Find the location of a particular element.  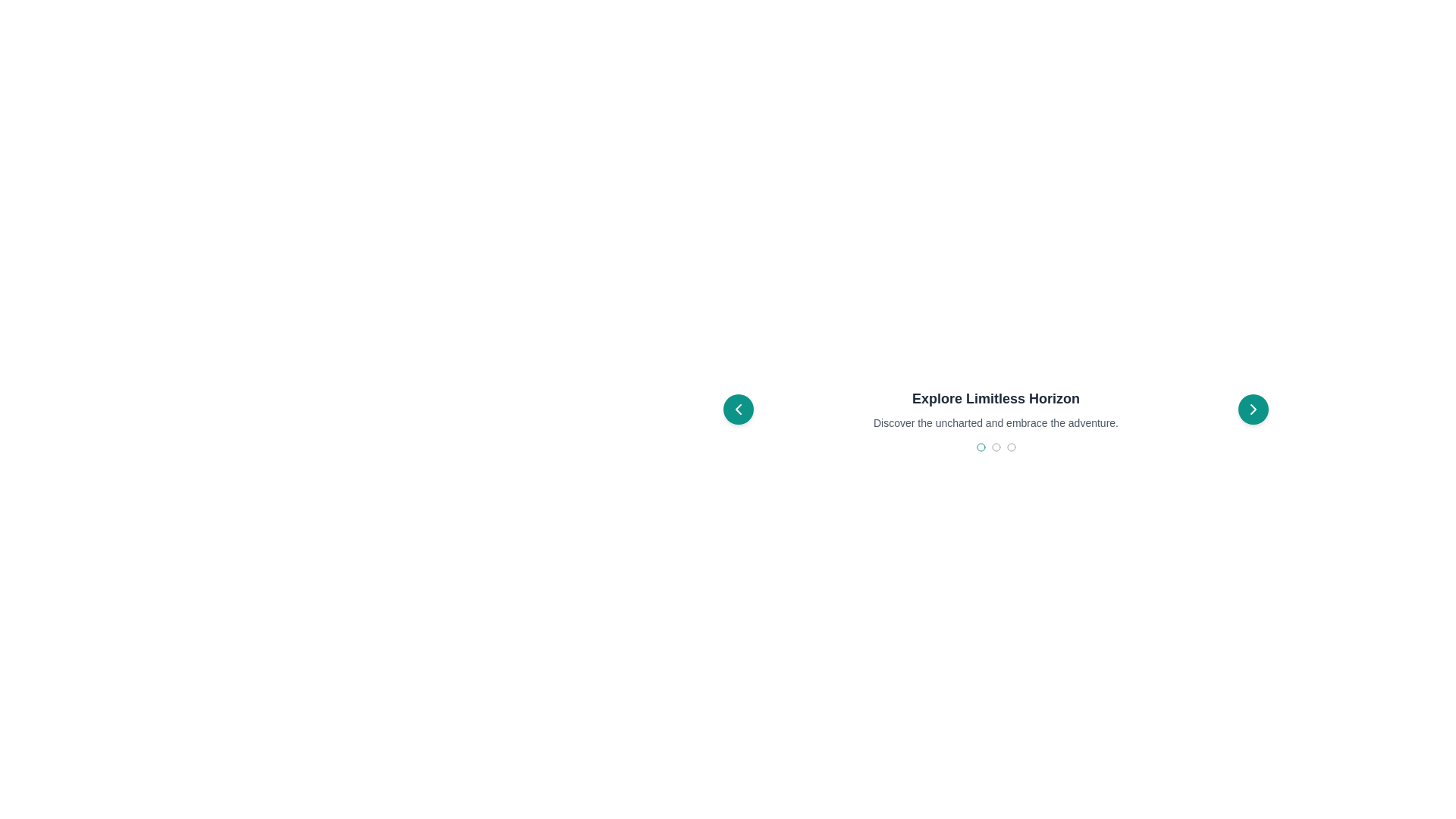

the third circular indicator dot located on the right side of a three-dot indicator group is located at coordinates (981, 447).